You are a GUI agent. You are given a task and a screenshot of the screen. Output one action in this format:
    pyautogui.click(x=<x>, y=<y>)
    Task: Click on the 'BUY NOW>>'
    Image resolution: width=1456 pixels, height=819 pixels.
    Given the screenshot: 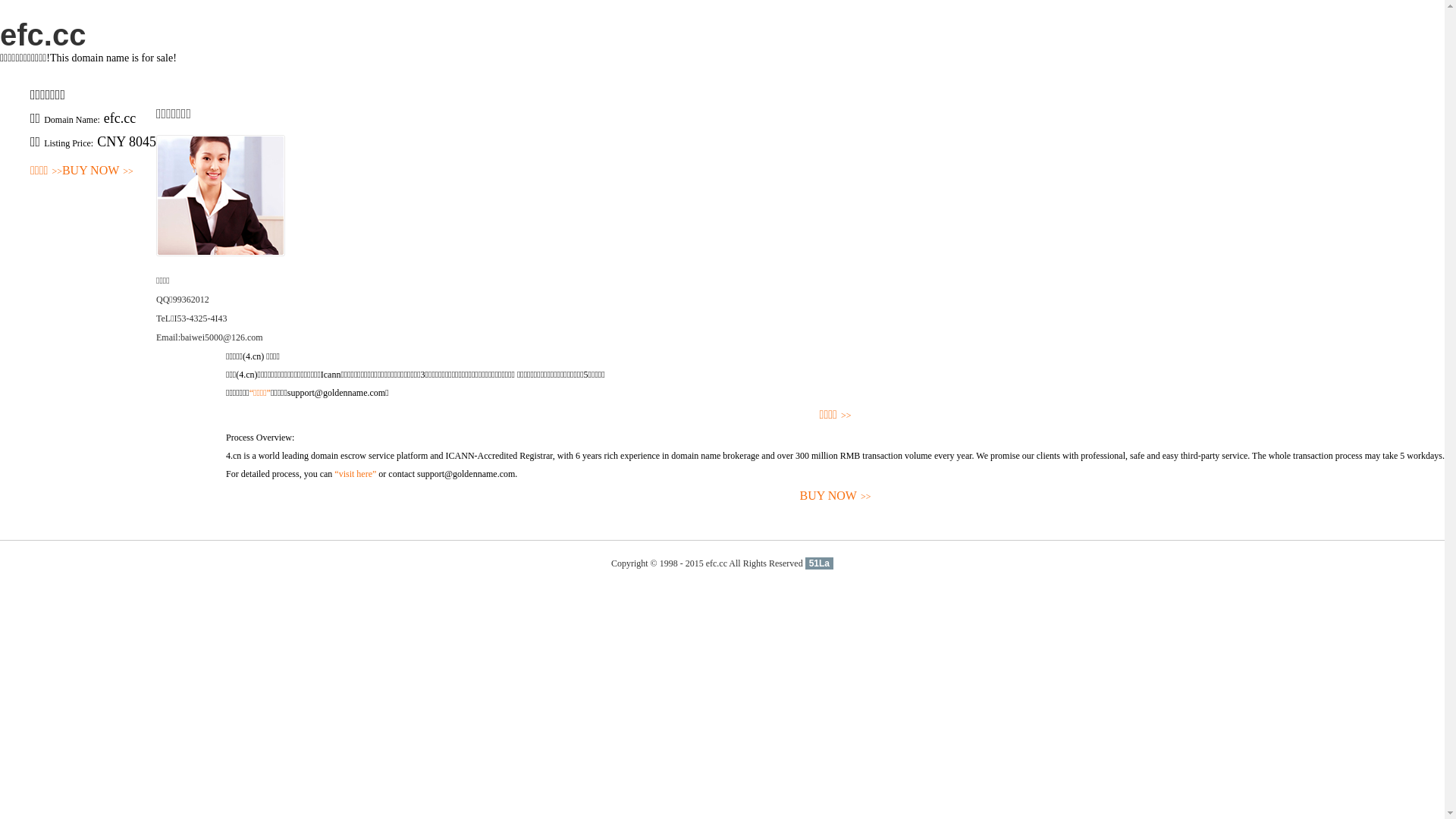 What is the action you would take?
    pyautogui.click(x=97, y=171)
    